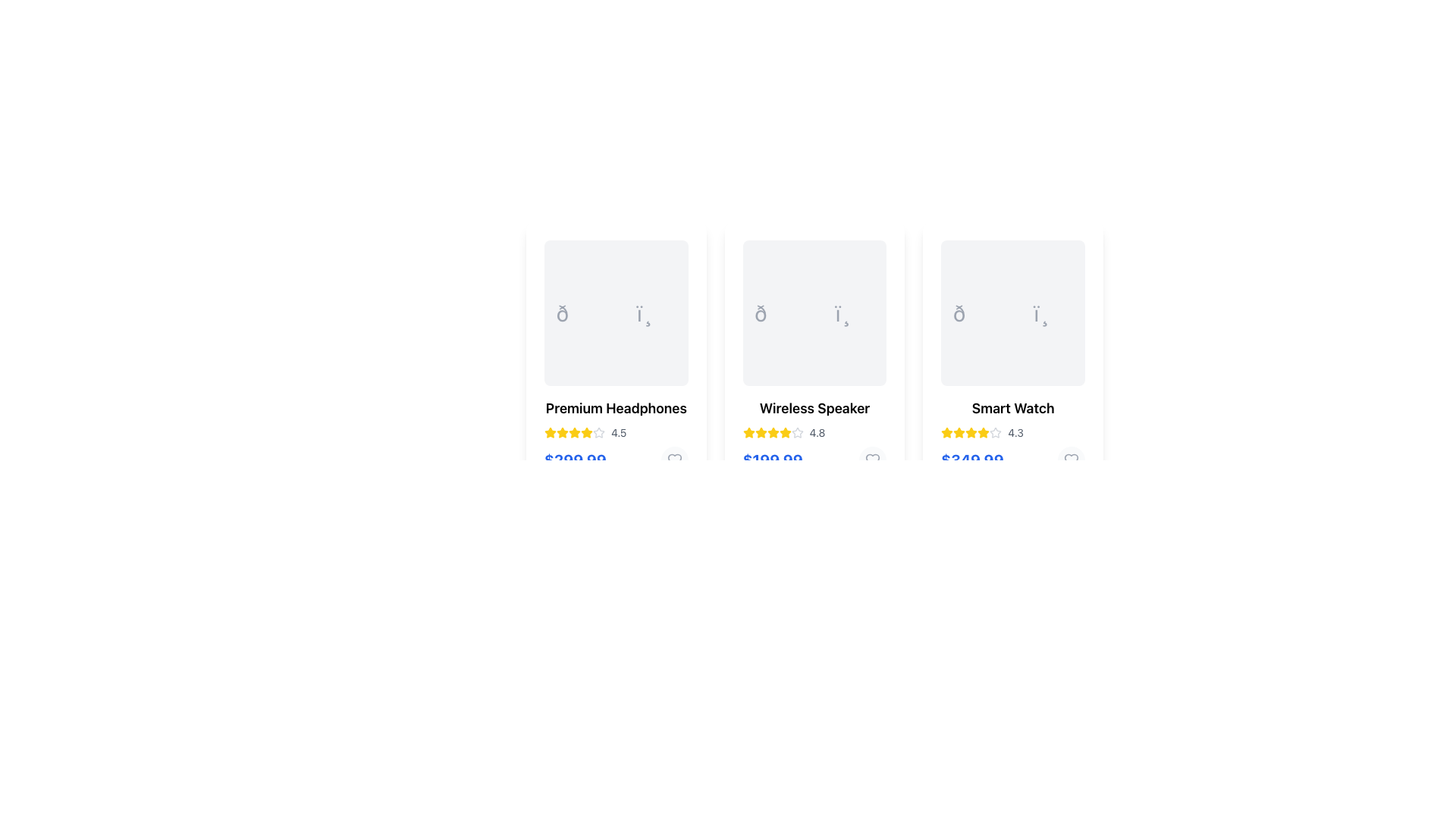 The width and height of the screenshot is (1456, 819). Describe the element at coordinates (574, 432) in the screenshot. I see `the fifth star-shaped rating icon, which is bright yellow and located in the ratings section of the 'Premium Headphones' card, just before the numeric rating value '4.5'` at that location.